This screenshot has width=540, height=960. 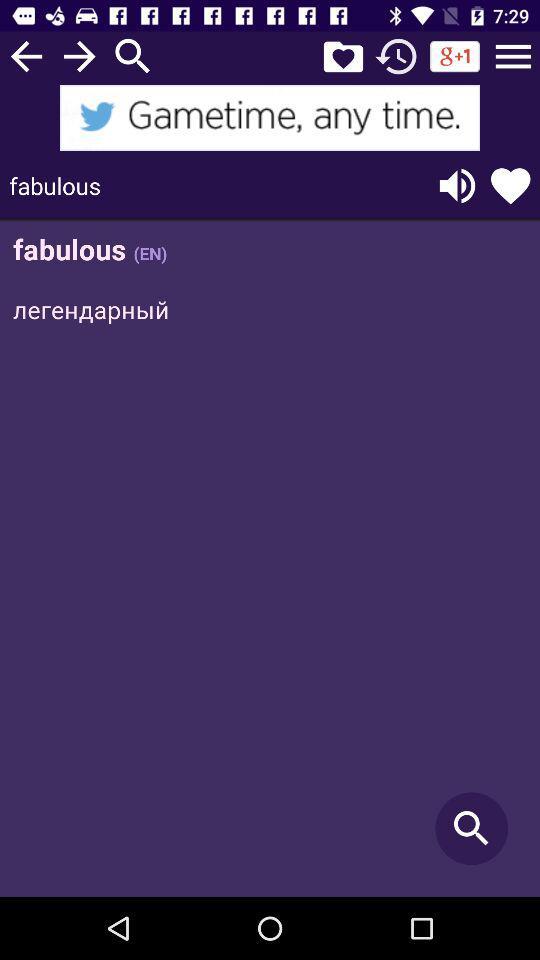 I want to click on the volume icon, so click(x=457, y=185).